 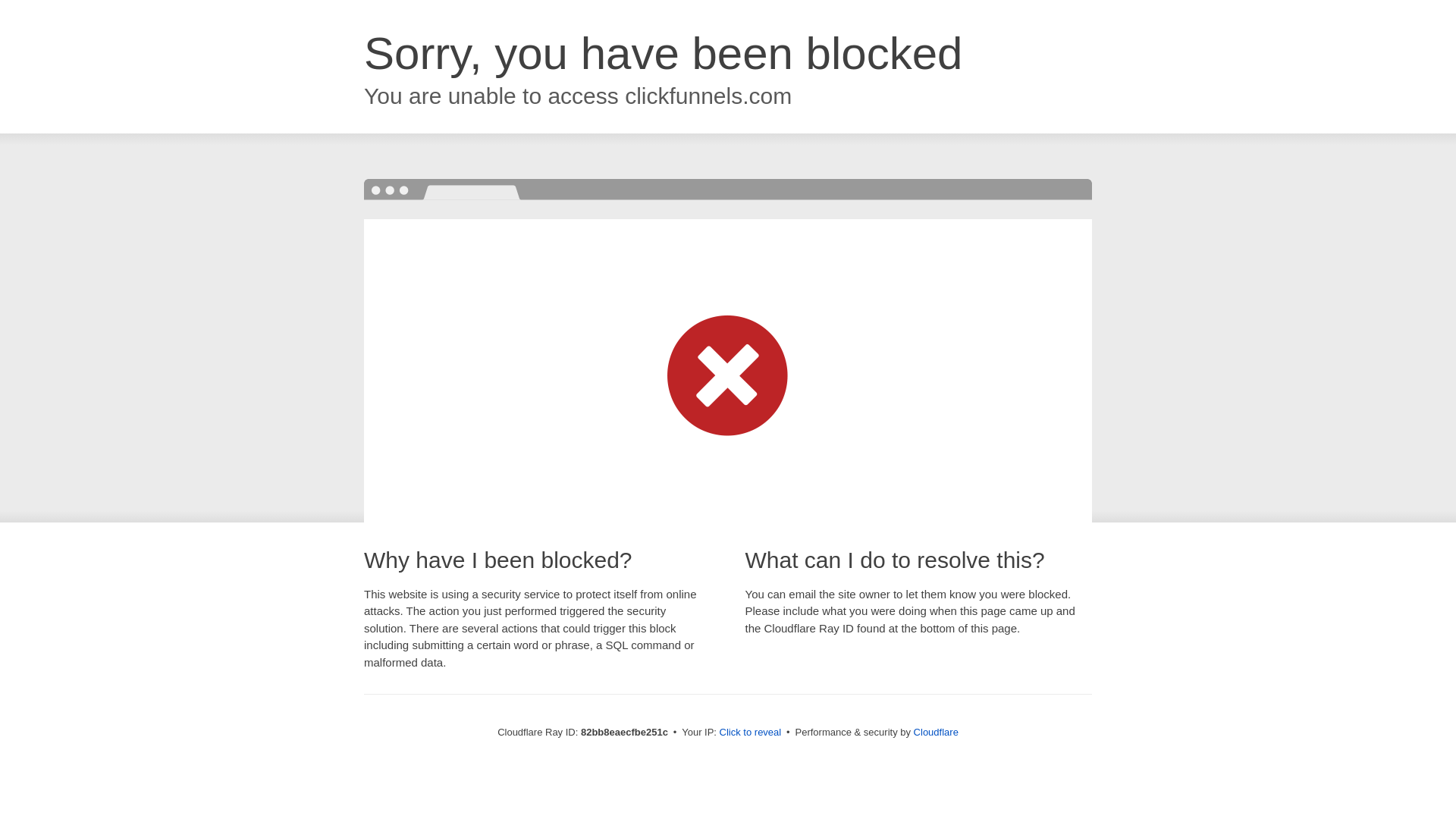 What do you see at coordinates (935, 731) in the screenshot?
I see `'Cloudflare'` at bounding box center [935, 731].